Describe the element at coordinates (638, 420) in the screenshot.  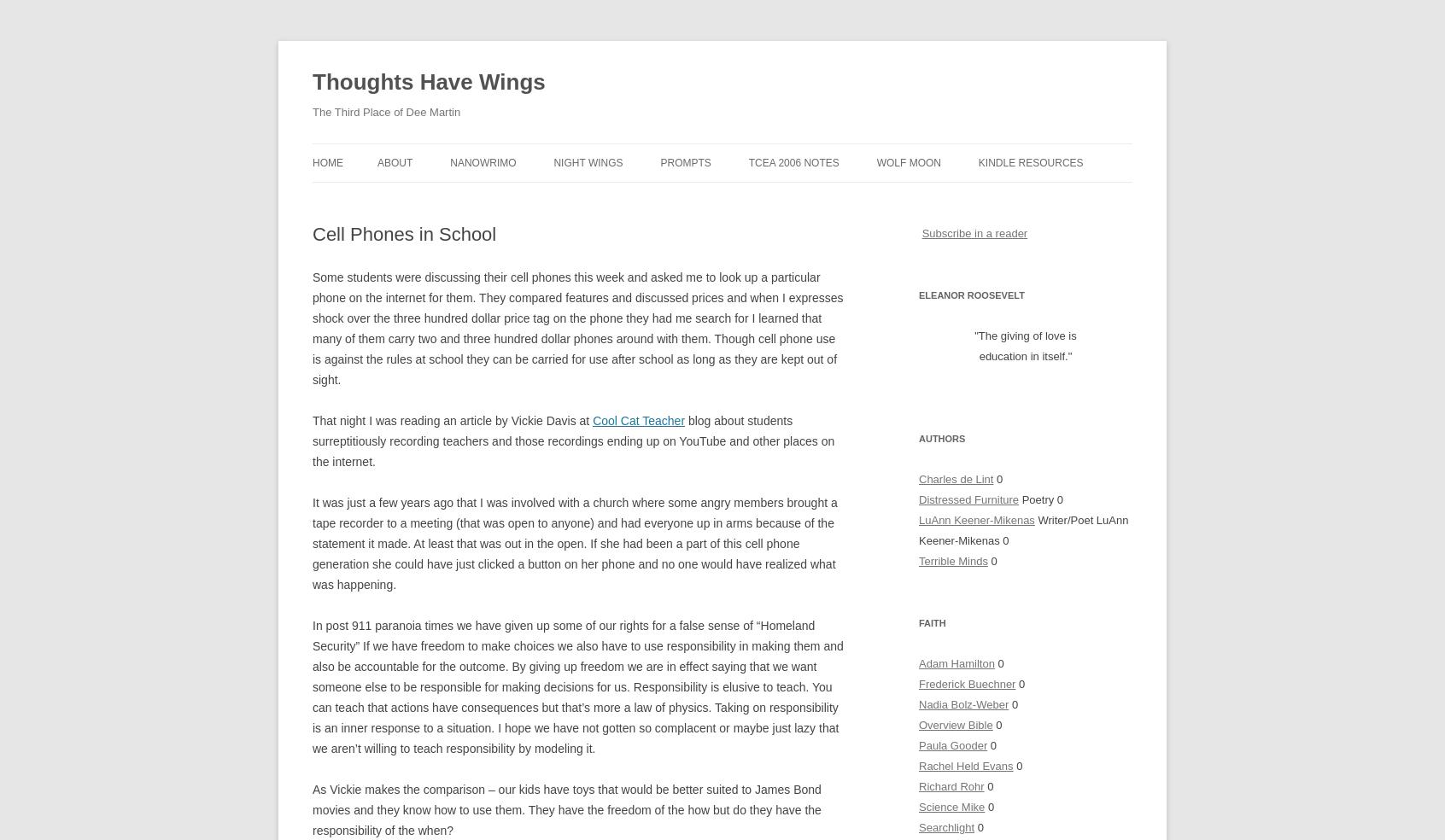
I see `'Cool Cat Teacher'` at that location.